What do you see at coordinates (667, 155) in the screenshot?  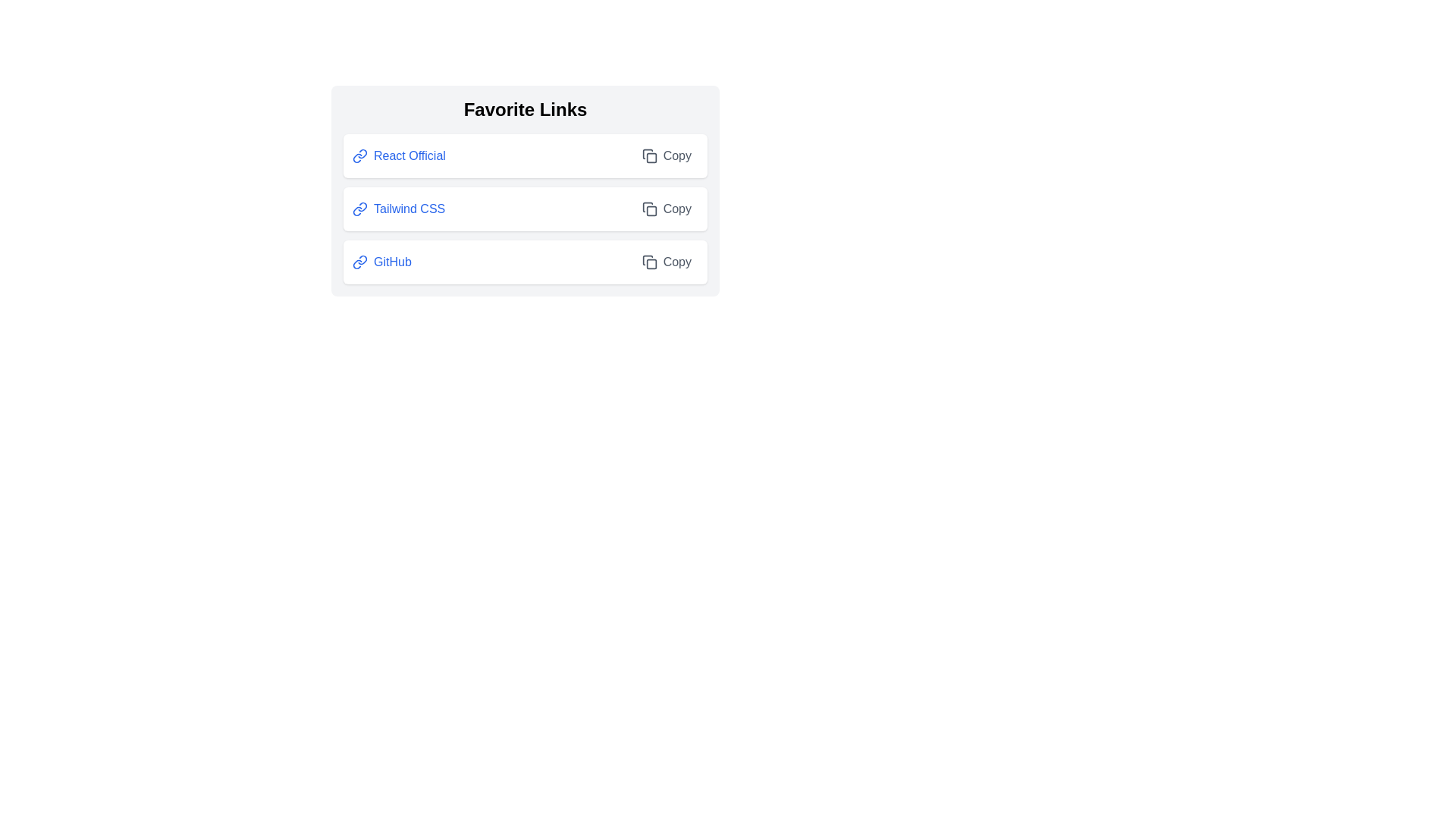 I see `the 'Copy' button associated with the 'React Official' entry in the 'Favorite Links' section` at bounding box center [667, 155].